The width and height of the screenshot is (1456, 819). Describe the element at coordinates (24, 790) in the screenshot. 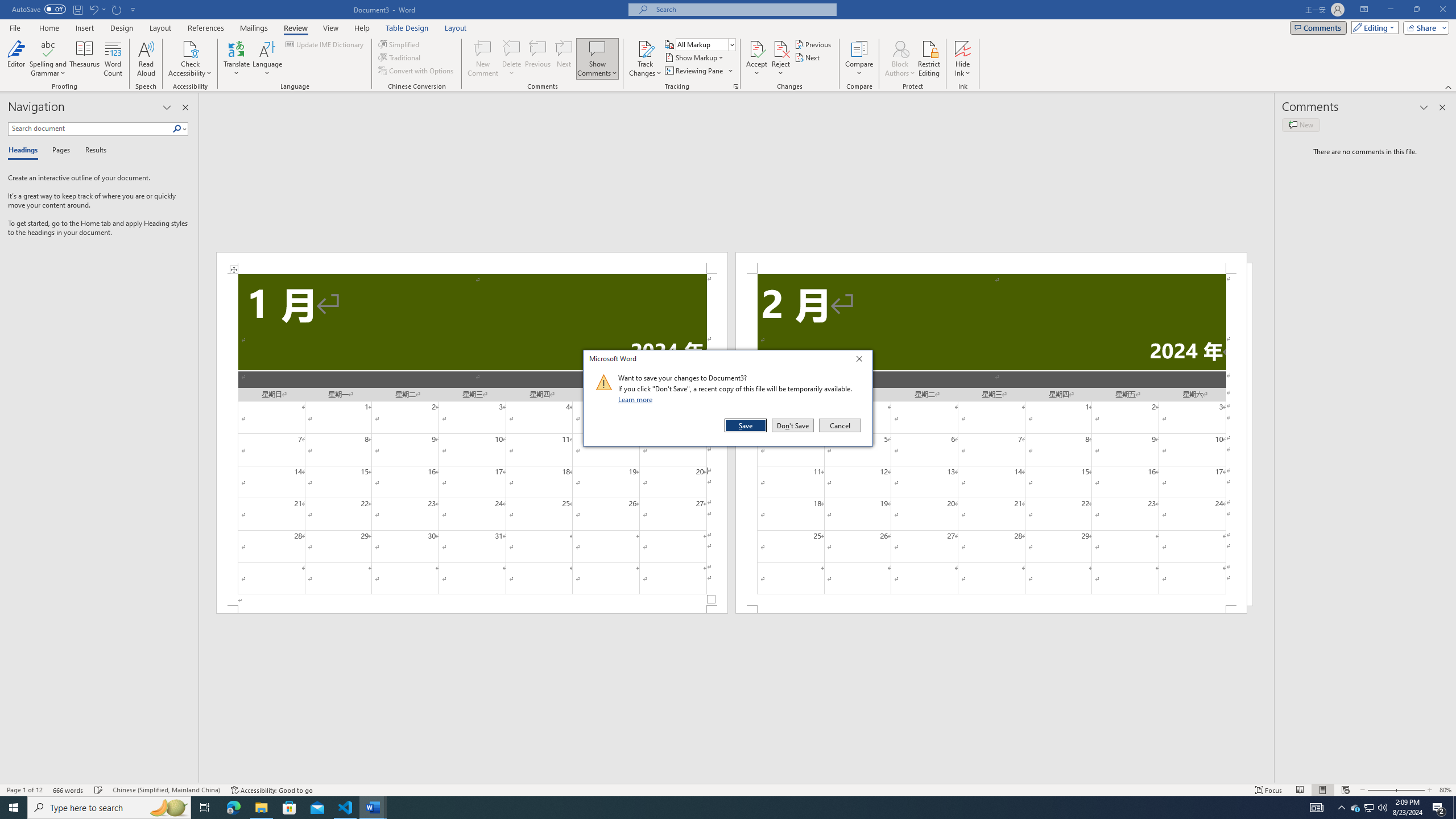

I see `'Page Number Page 1 of 12'` at that location.